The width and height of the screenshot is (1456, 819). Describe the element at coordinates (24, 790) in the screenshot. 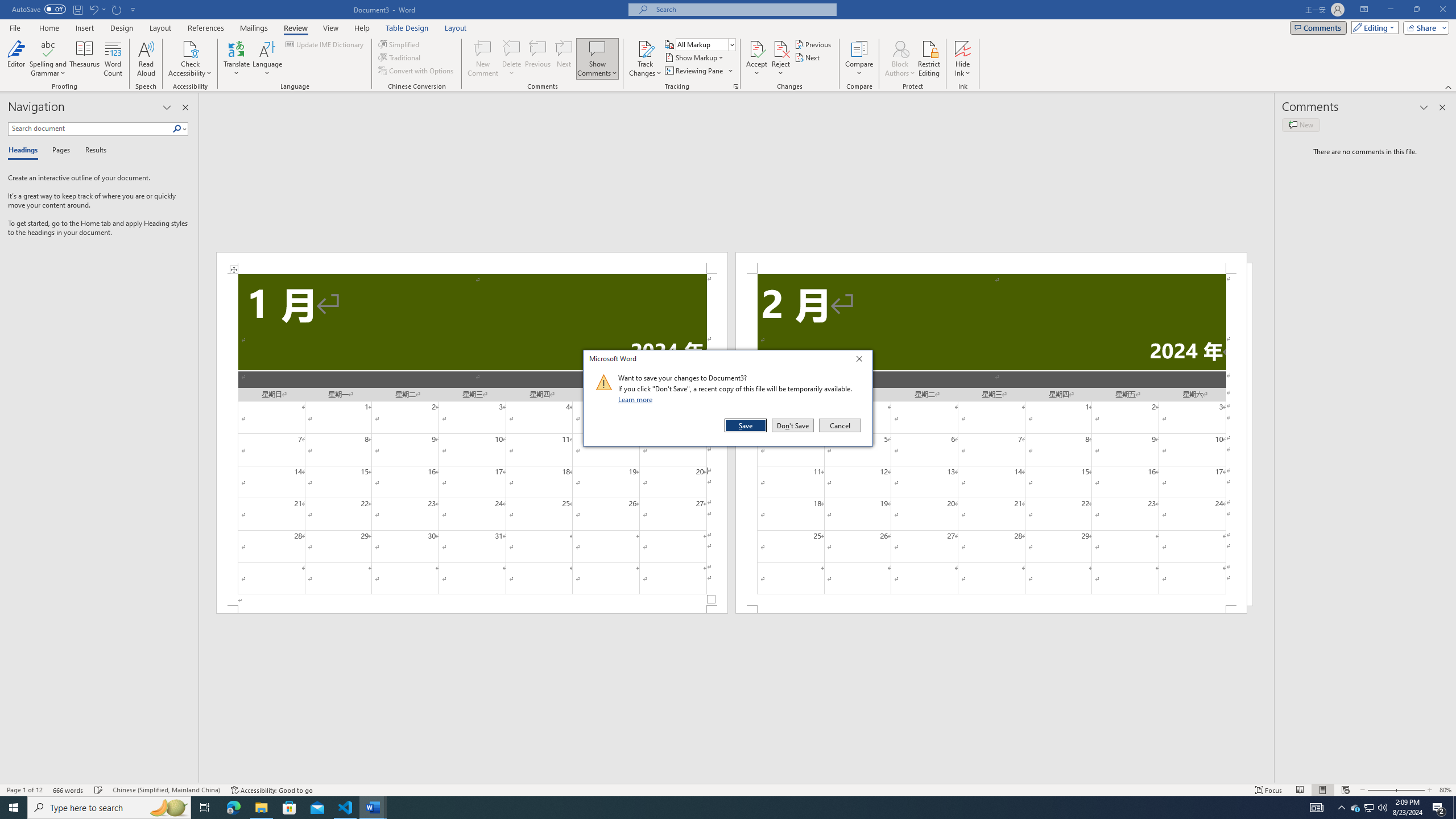

I see `'Page Number Page 1 of 12'` at that location.